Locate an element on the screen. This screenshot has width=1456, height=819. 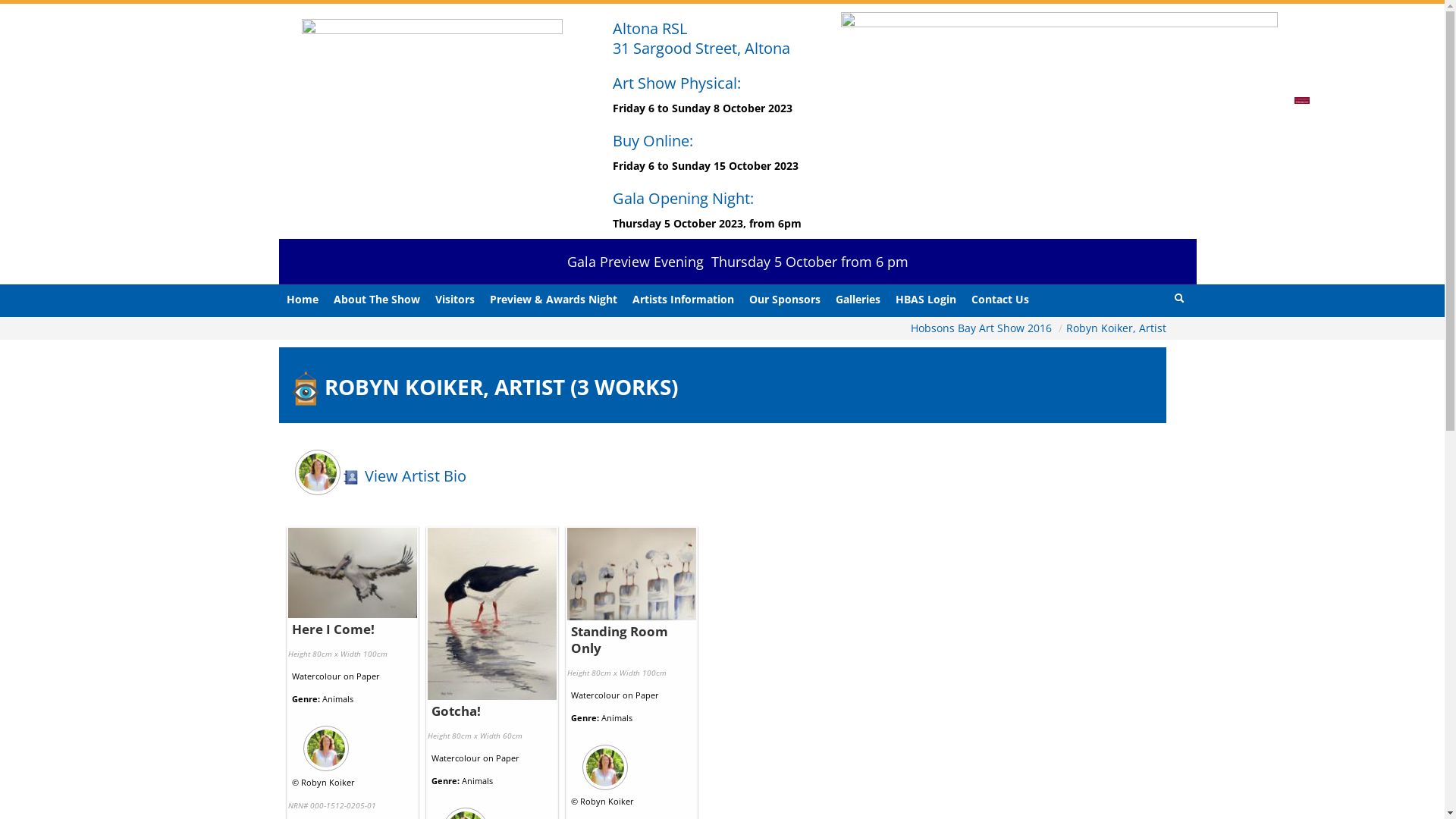
'Watercolour' is located at coordinates (315, 675).